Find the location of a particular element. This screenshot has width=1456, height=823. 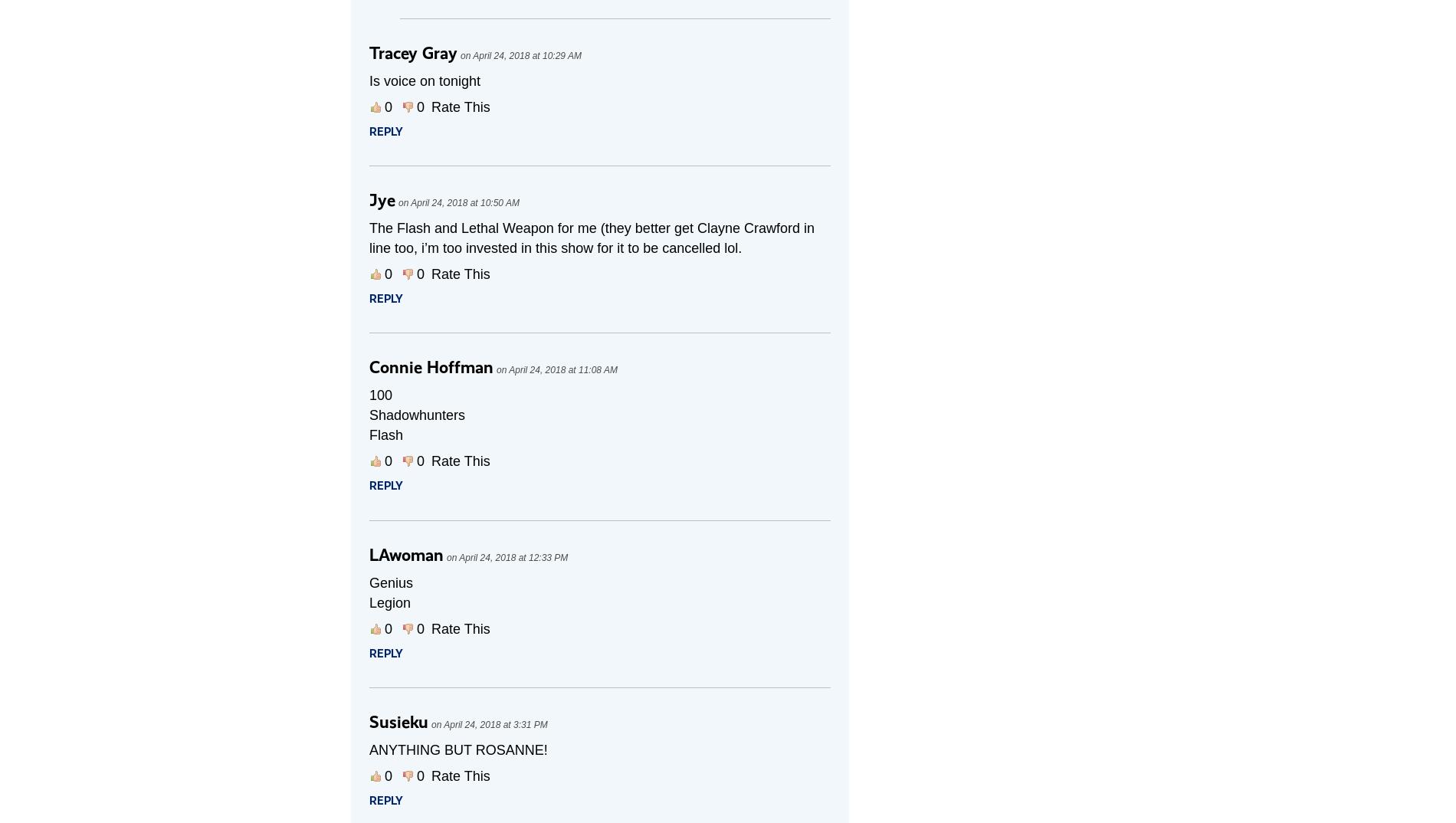

'Tracey Gray' is located at coordinates (413, 53).